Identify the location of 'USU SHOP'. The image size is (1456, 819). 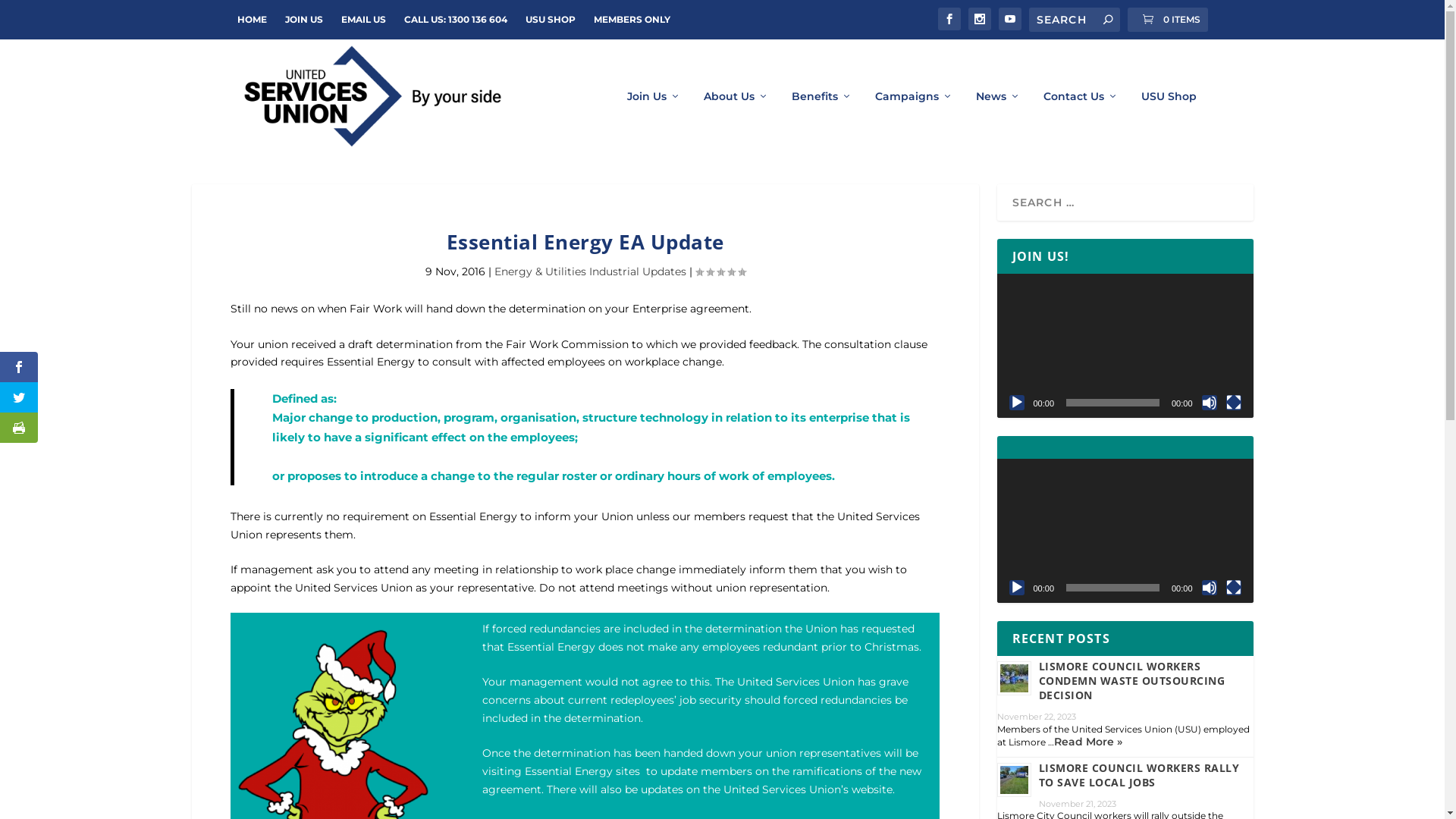
(548, 20).